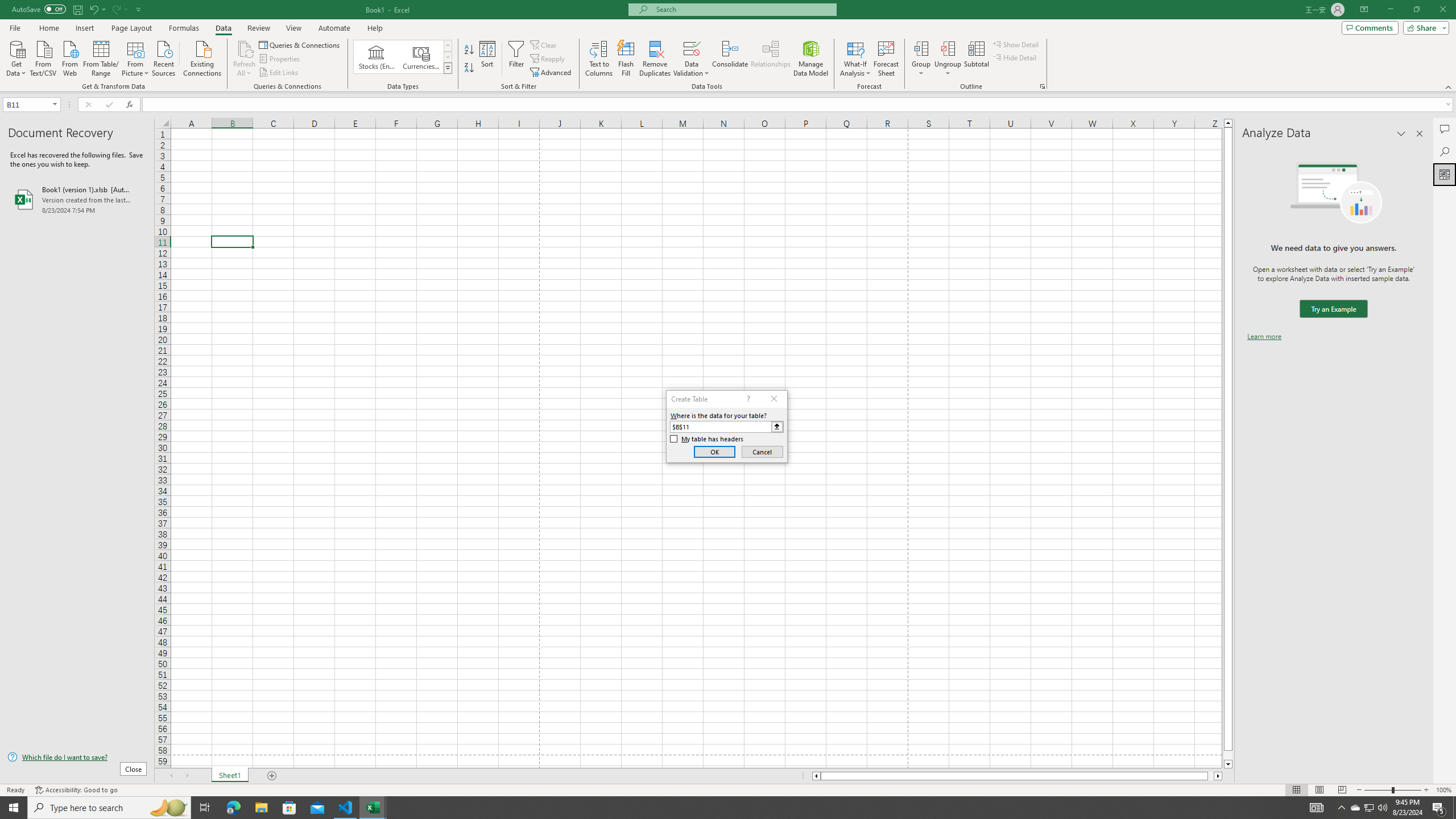  Describe the element at coordinates (886, 59) in the screenshot. I see `'Forecast Sheet'` at that location.